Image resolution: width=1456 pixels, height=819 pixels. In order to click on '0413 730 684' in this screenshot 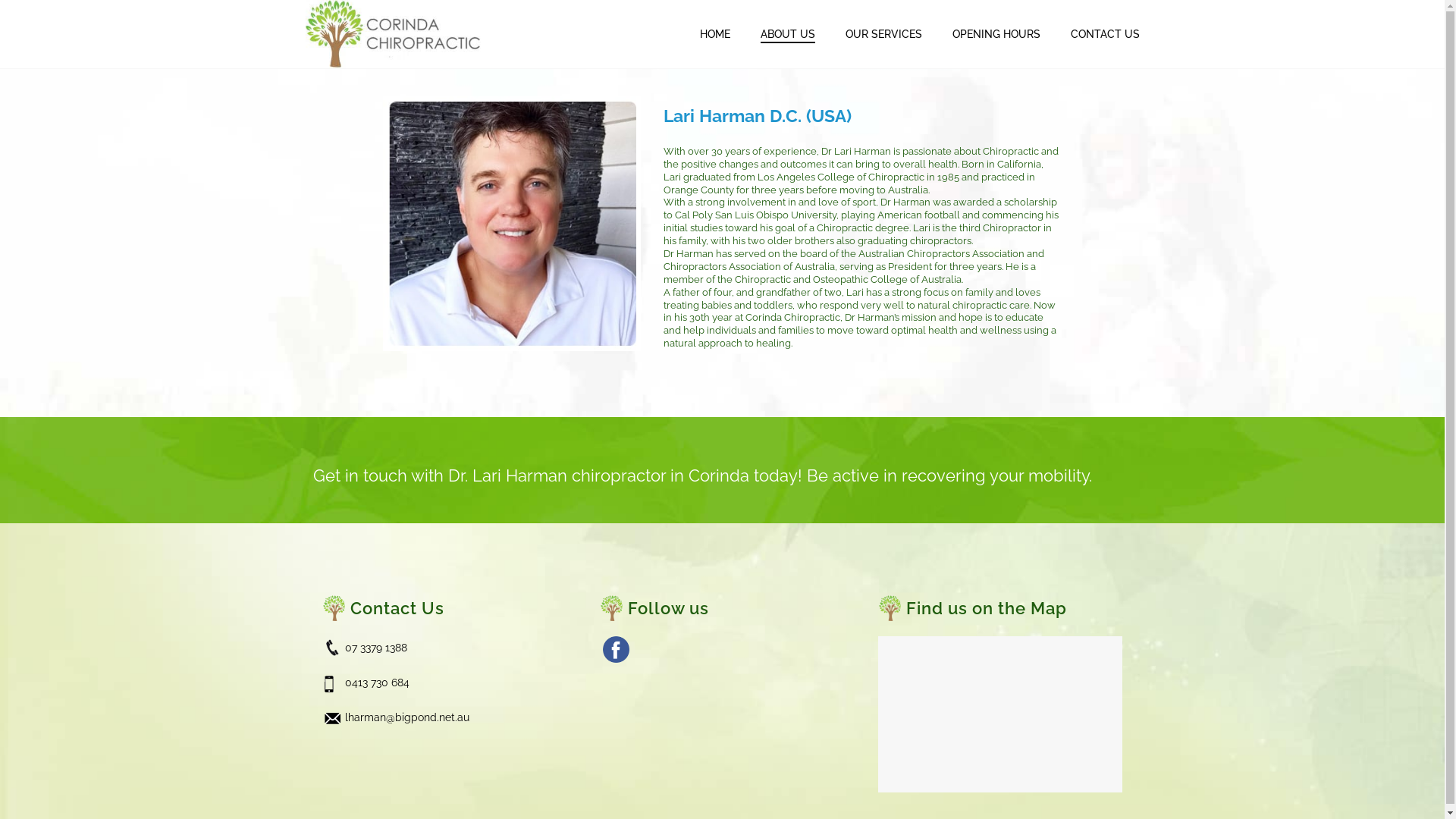, I will do `click(376, 681)`.